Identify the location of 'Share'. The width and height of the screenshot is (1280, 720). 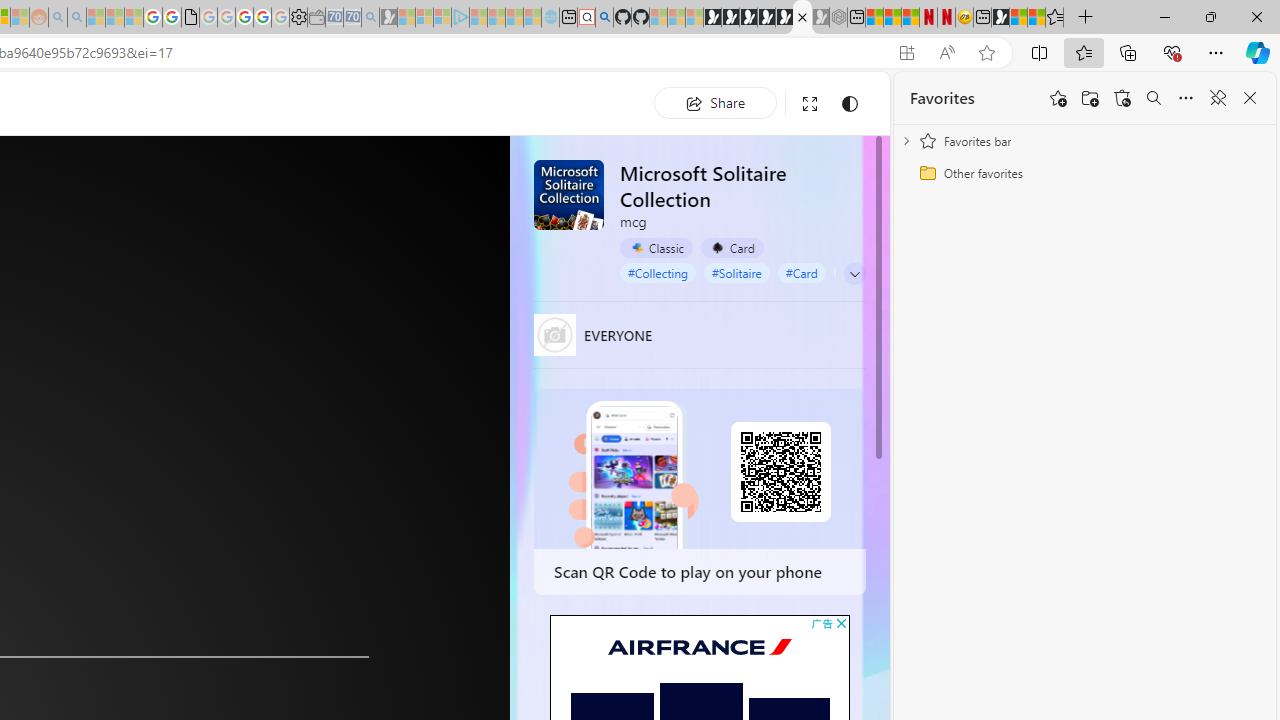
(715, 102).